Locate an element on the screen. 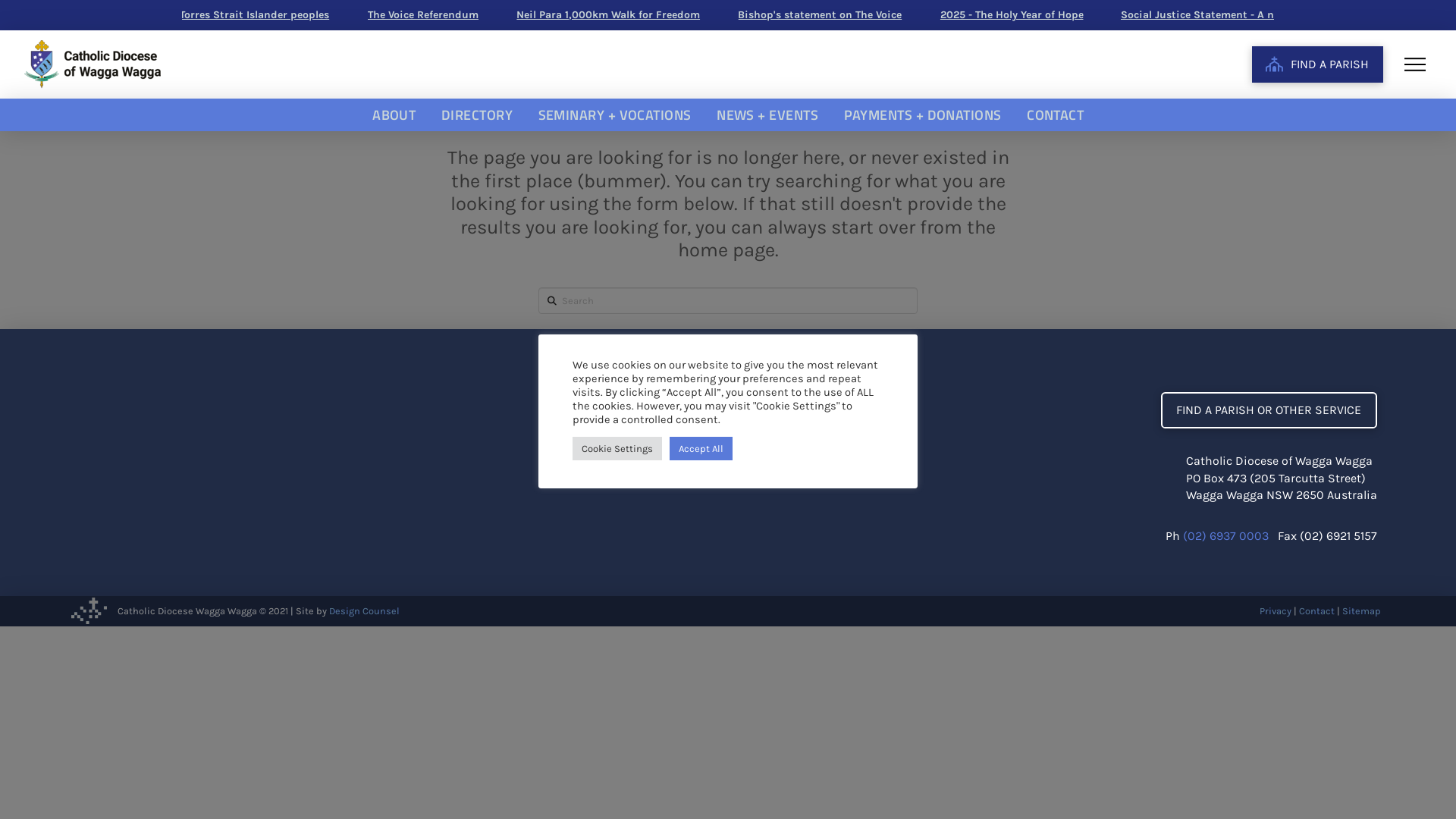  'Design Counsel' is located at coordinates (364, 610).